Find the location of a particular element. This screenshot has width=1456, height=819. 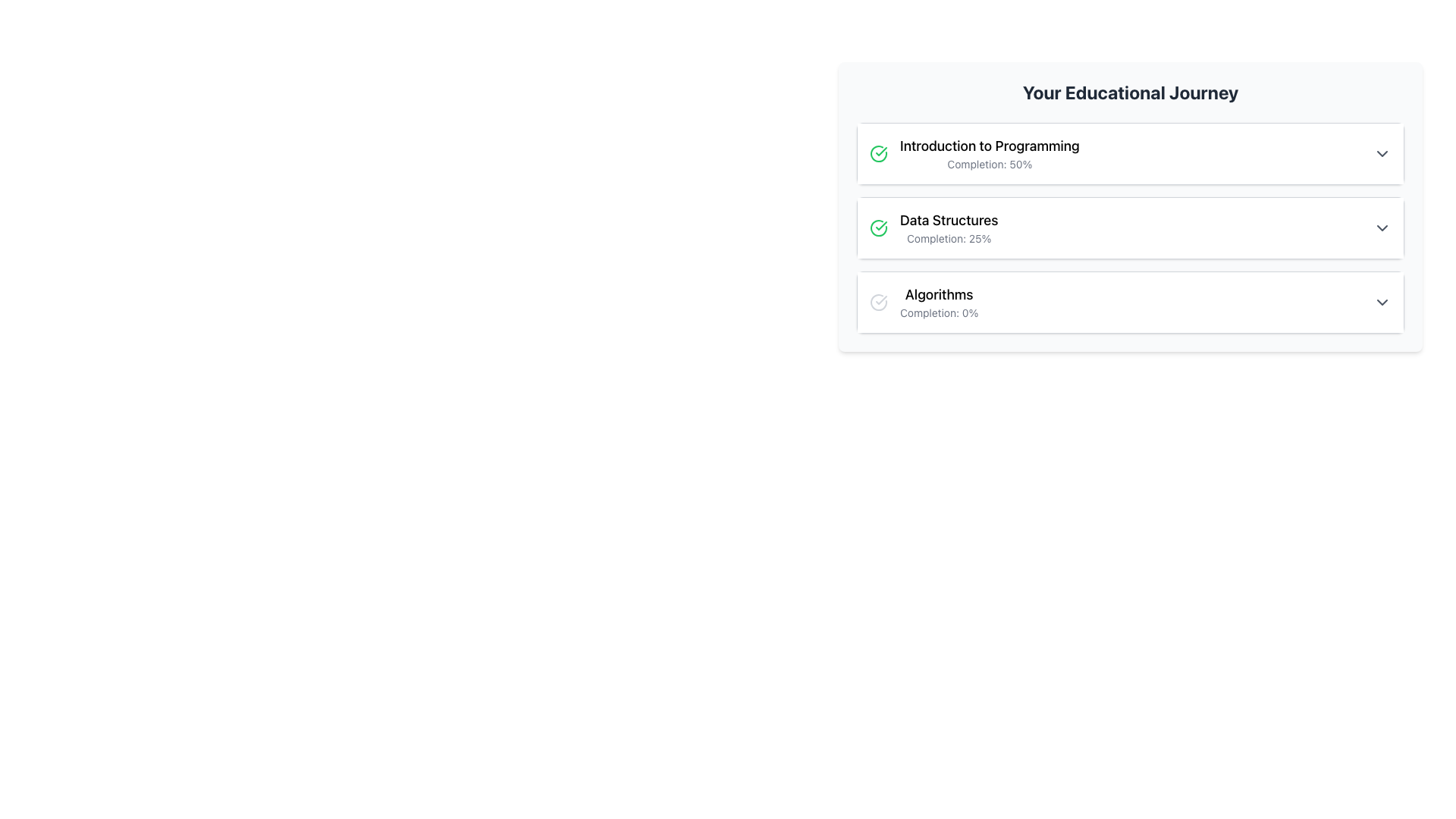

the progress indication label displaying 'Algorithms' and 'Completion: 0%' located in the 'Your Educational Journey' section is located at coordinates (938, 302).